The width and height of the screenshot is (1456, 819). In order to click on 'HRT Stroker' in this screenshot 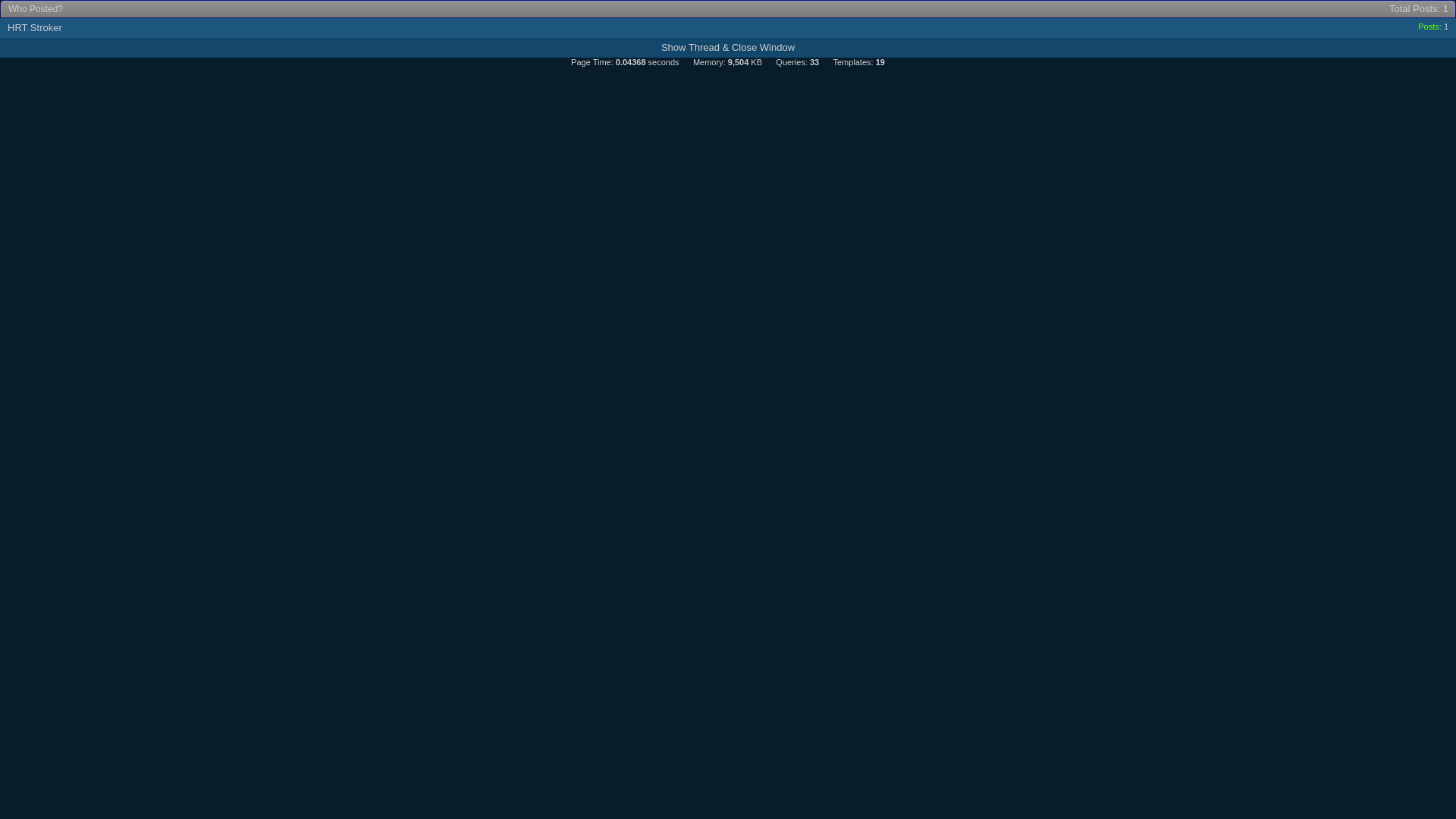, I will do `click(35, 27)`.